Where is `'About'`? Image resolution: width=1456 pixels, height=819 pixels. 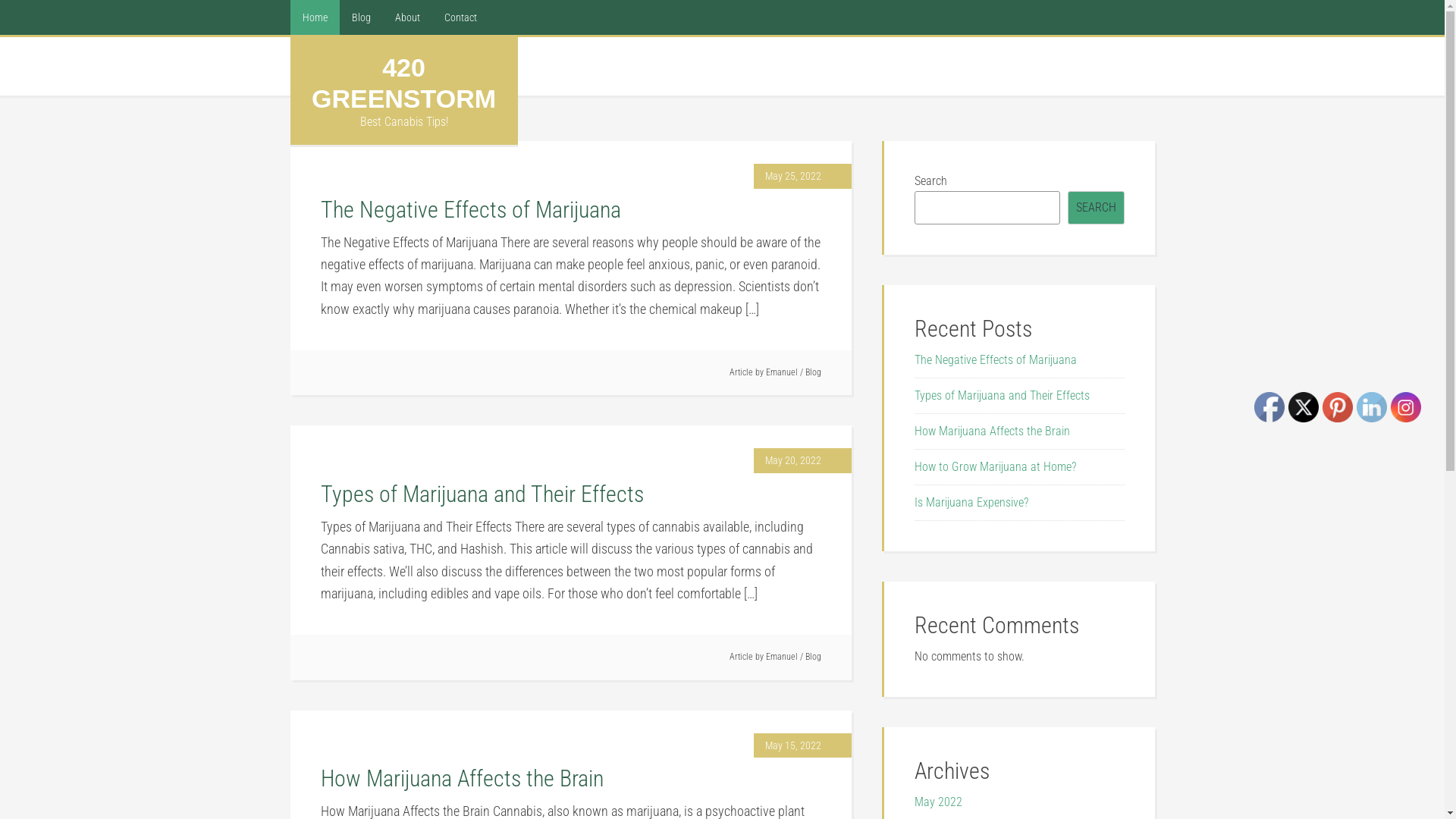
'About' is located at coordinates (406, 17).